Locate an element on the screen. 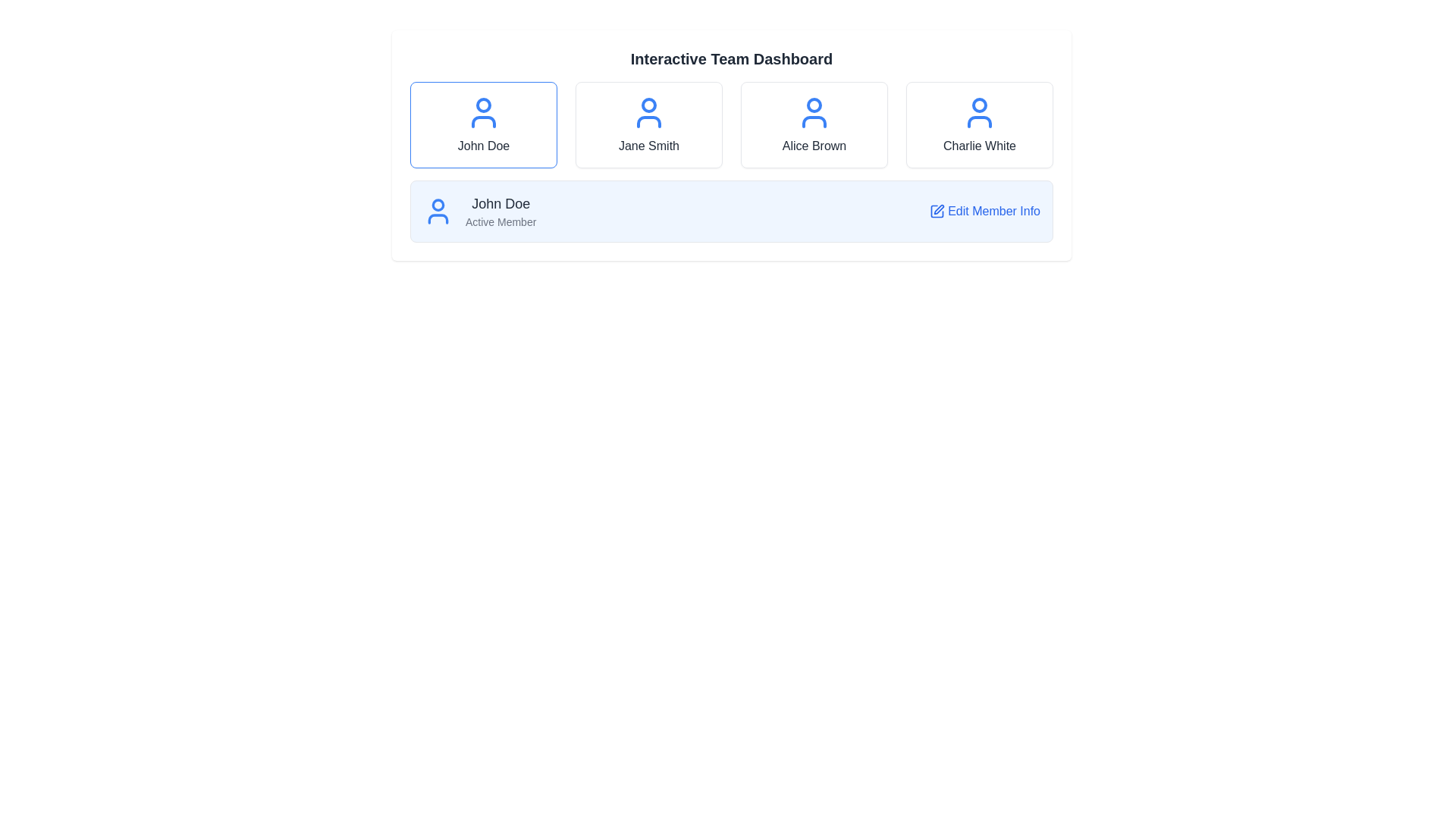  the SVG circle representing 'Alice Brown' in the team dashboard by interacting with the center of the icon is located at coordinates (814, 104).